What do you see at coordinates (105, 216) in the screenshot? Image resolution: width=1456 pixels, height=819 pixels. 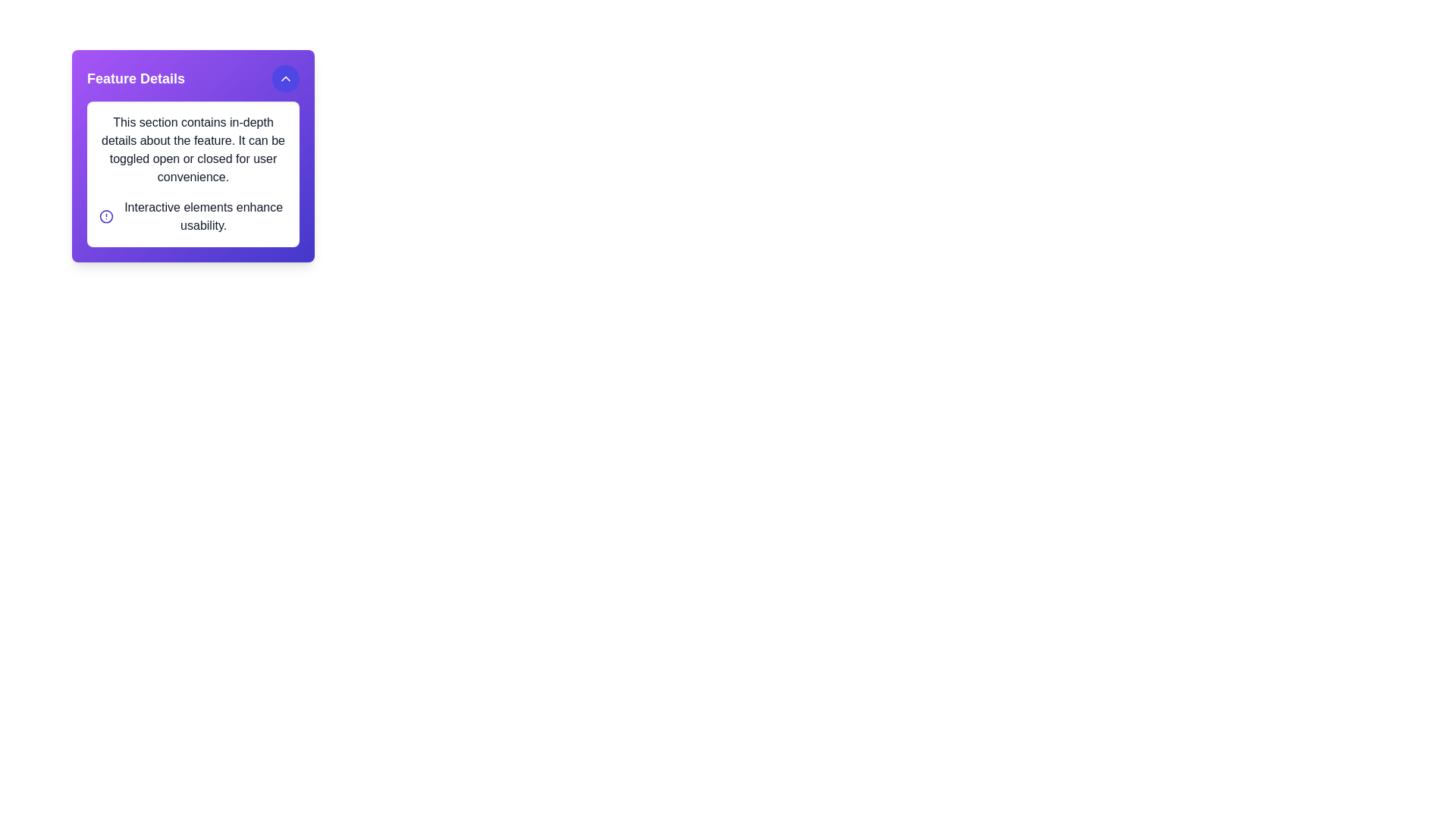 I see `the warning icon located to the left of the text 'Interactive elements enhance usability' beneath the 'Feature Details' section for information` at bounding box center [105, 216].